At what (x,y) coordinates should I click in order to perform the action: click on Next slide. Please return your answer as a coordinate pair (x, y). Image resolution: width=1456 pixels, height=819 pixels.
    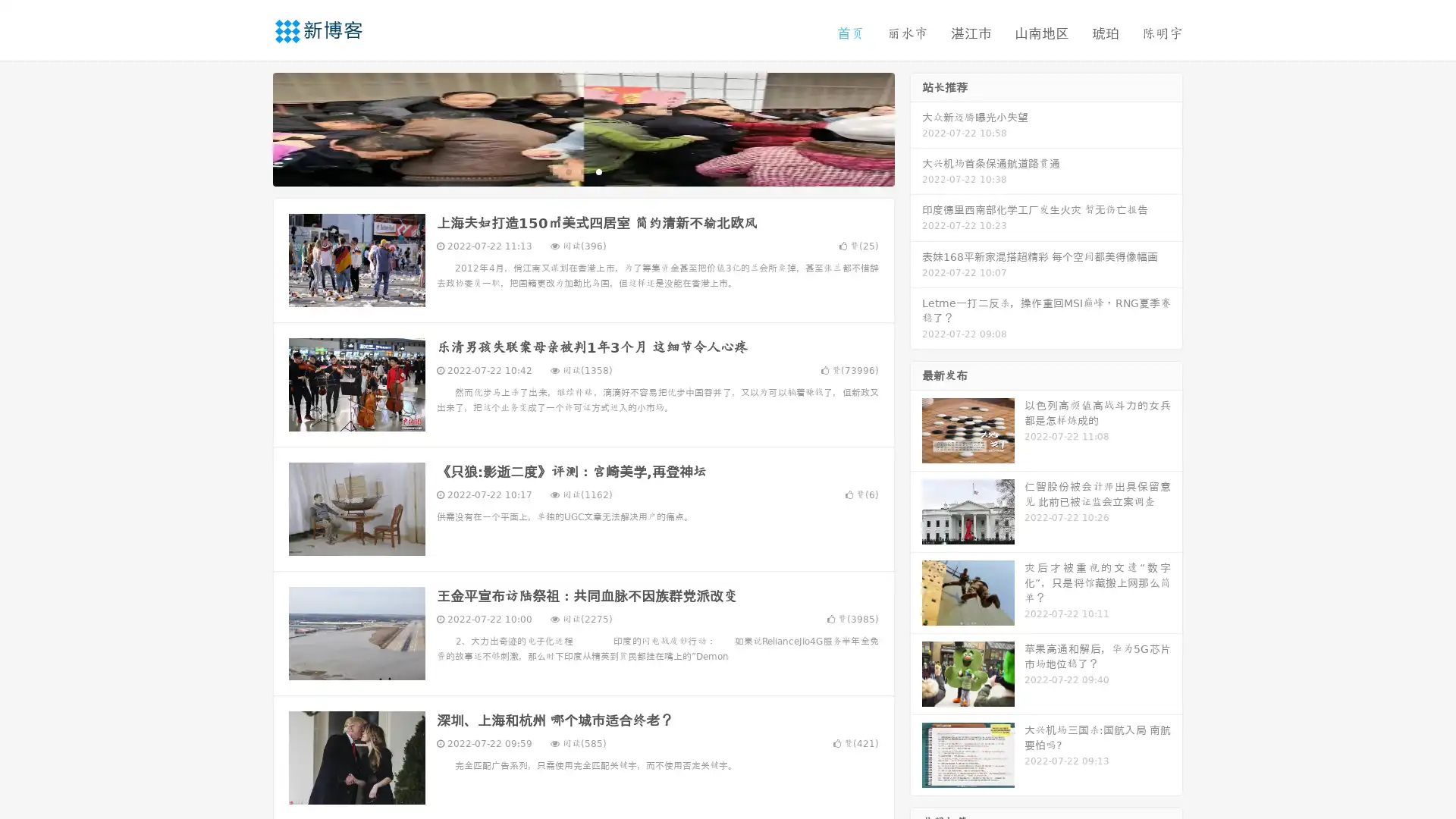
    Looking at the image, I should click on (916, 127).